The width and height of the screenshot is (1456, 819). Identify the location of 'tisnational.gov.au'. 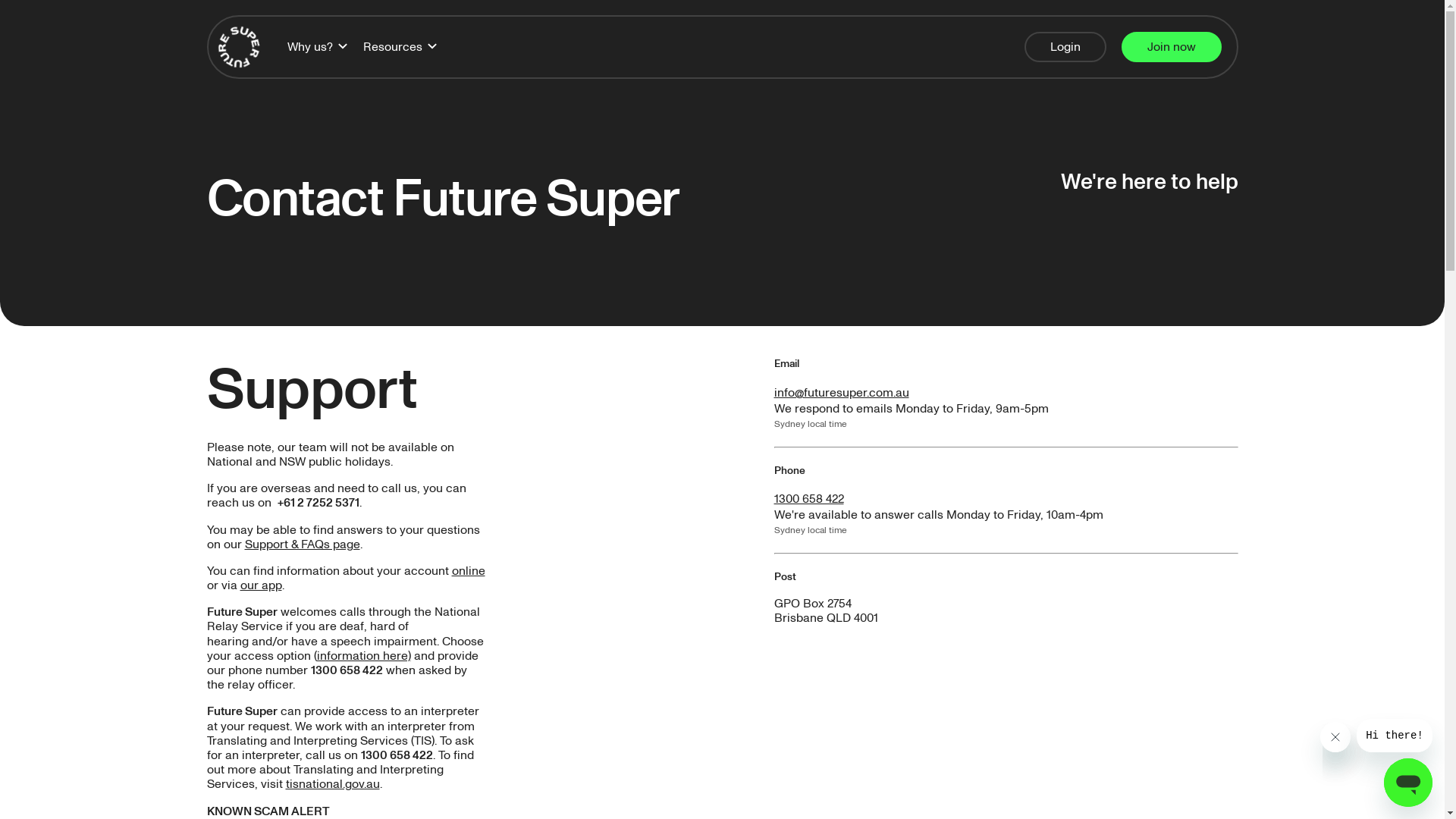
(331, 783).